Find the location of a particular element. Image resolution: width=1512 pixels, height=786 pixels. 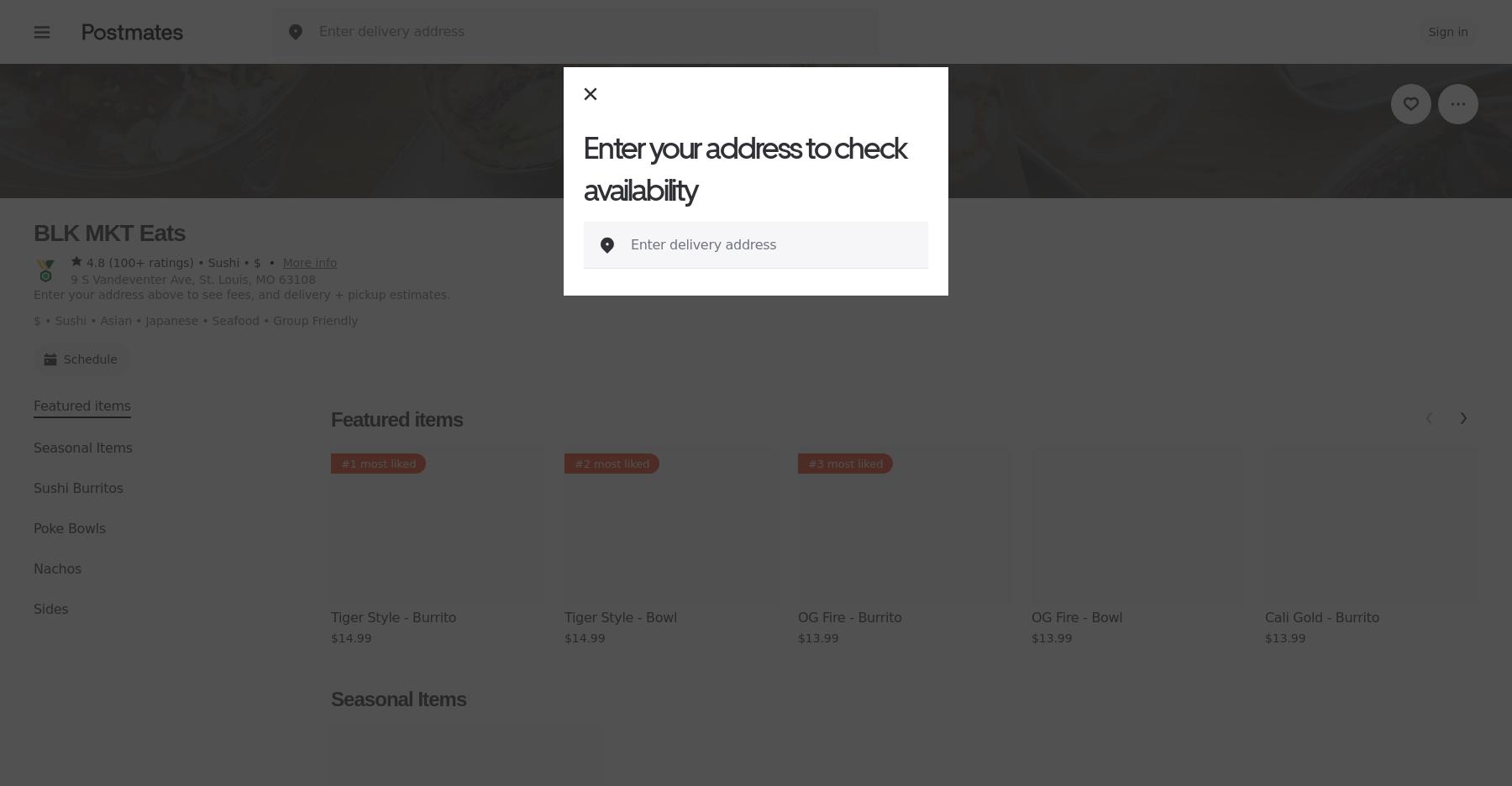

'Seafood' is located at coordinates (234, 320).